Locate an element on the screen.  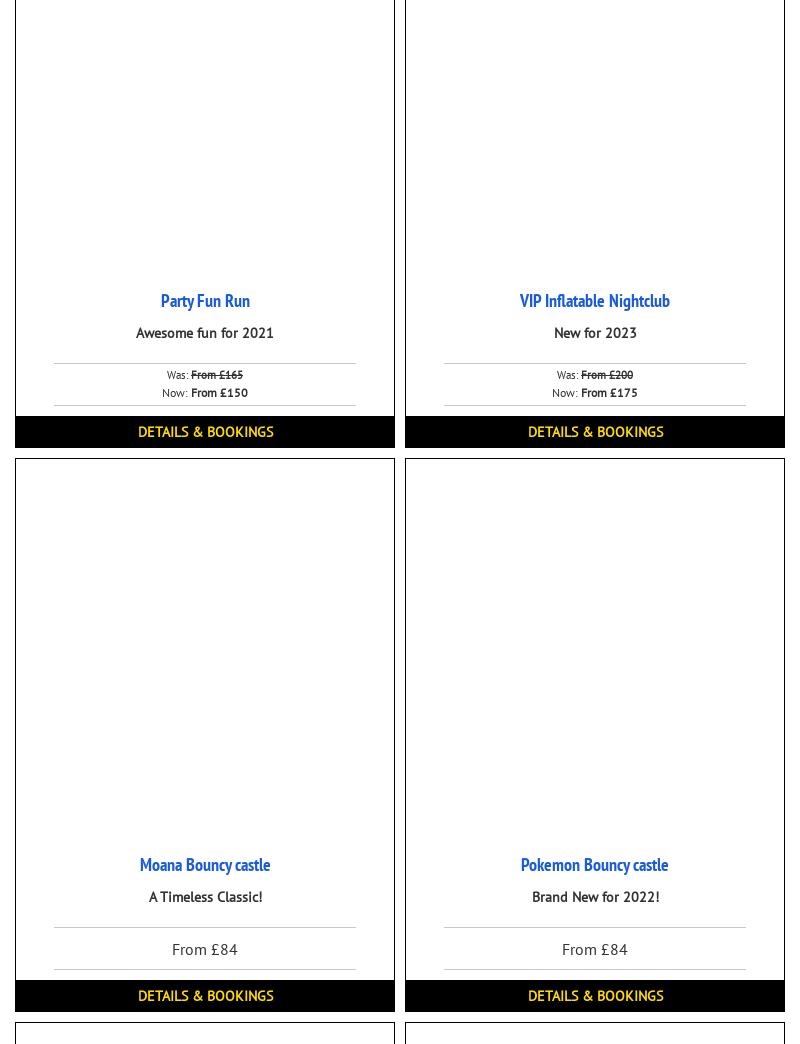
'Awesome fun for 2021' is located at coordinates (205, 333).